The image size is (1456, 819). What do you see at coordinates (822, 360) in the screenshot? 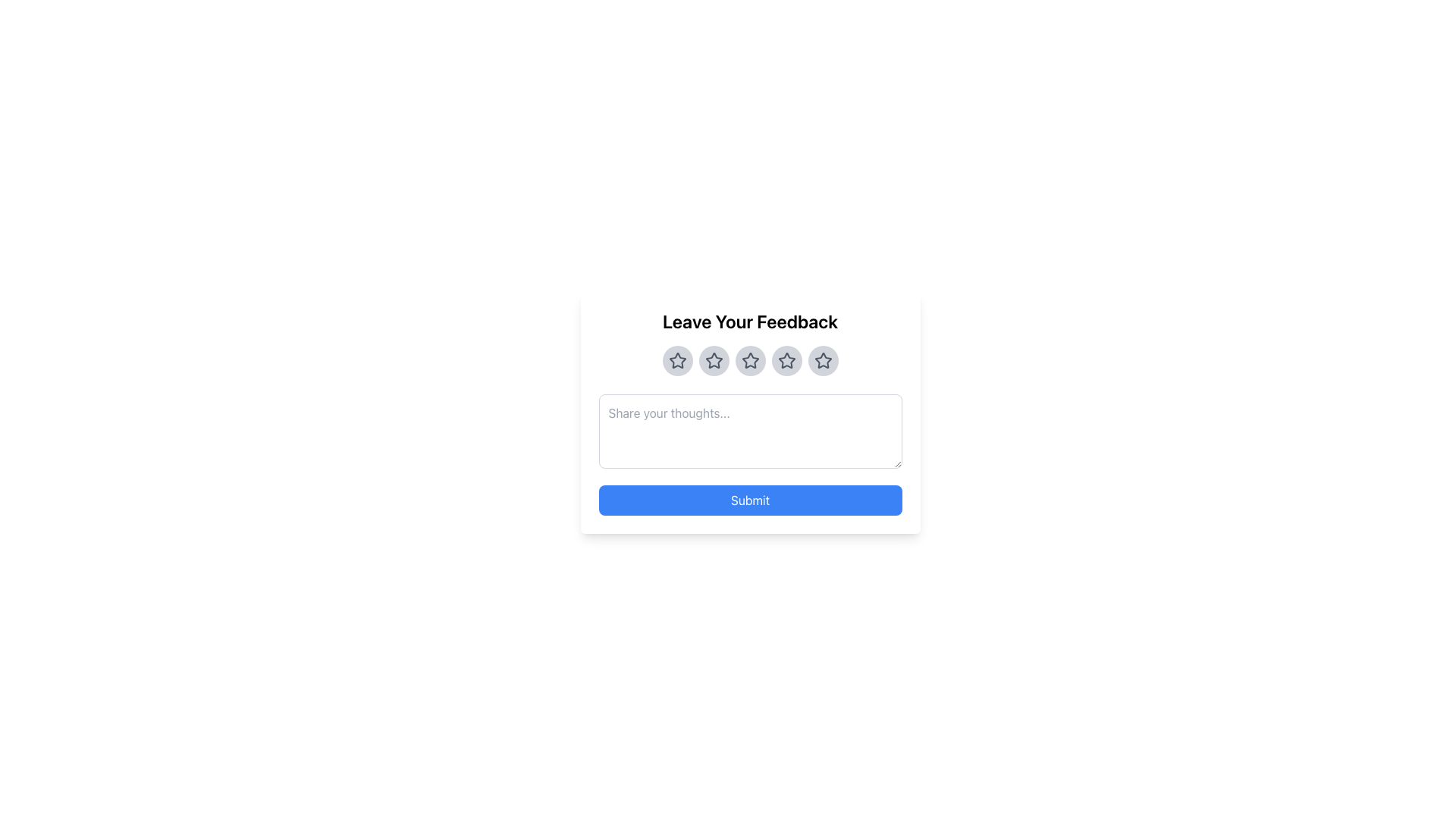
I see `the fifth star icon in the horizontal array` at bounding box center [822, 360].